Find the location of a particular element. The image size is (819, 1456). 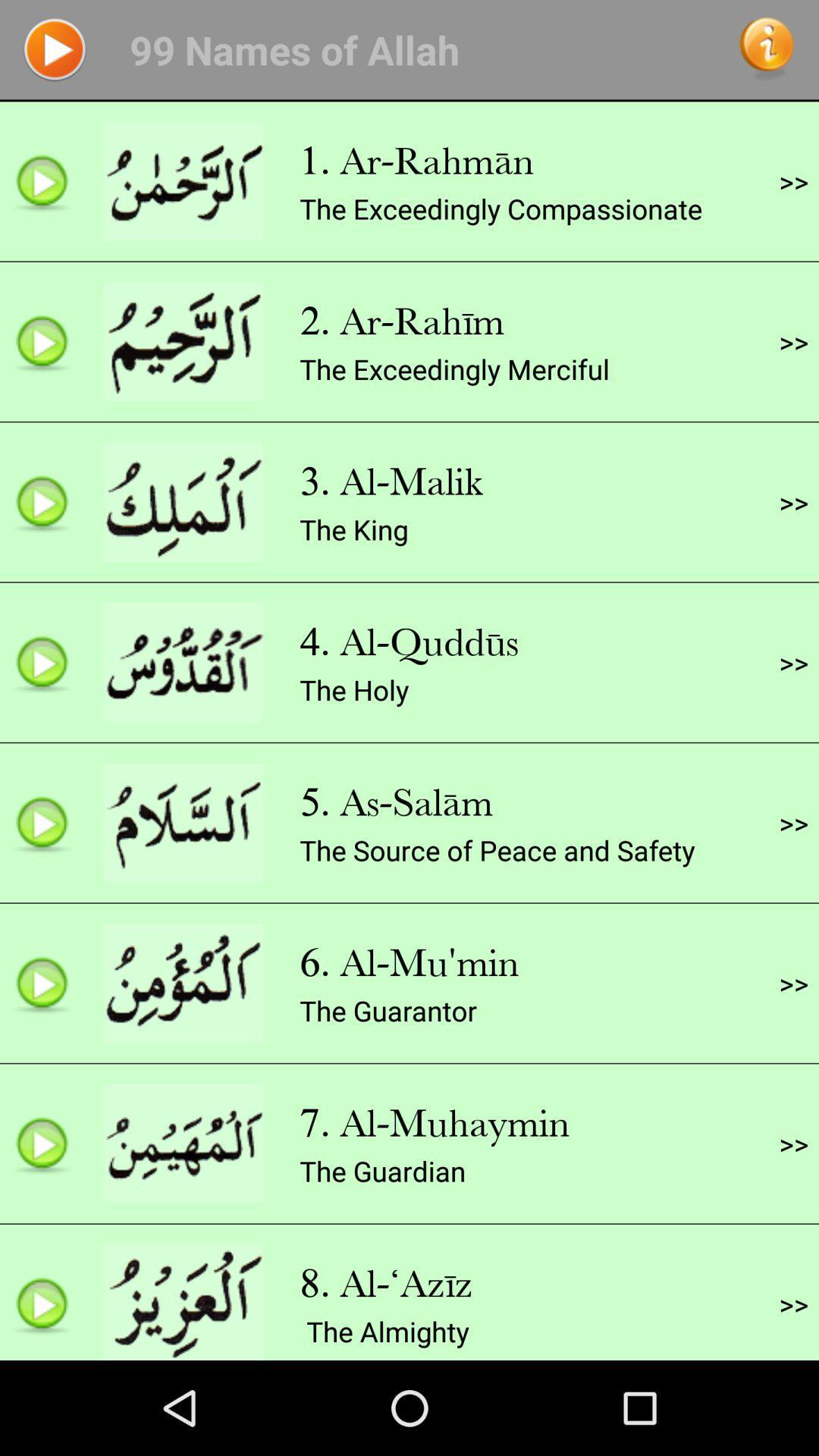

the icon next to the 99 names of icon is located at coordinates (767, 49).